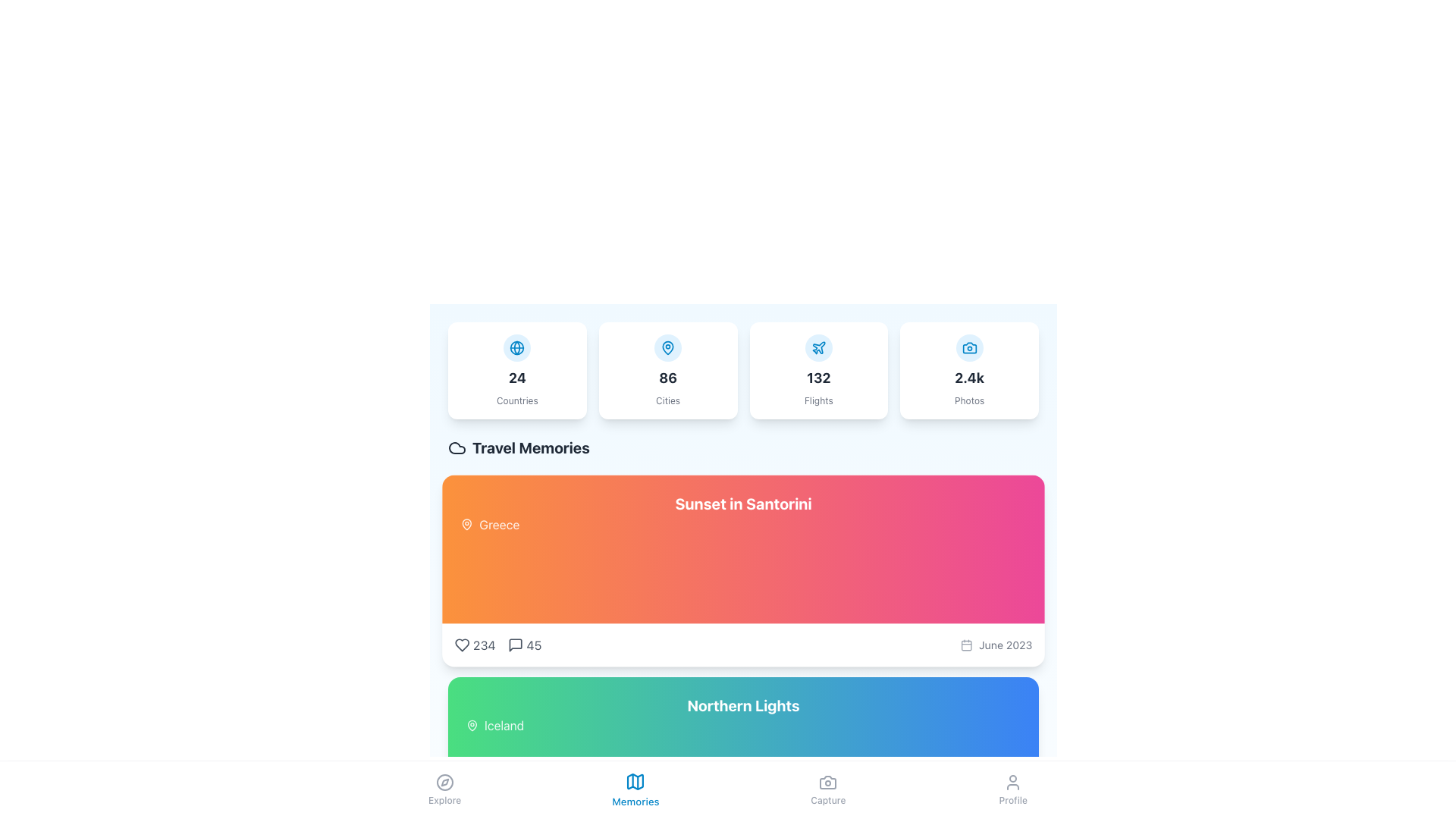 The height and width of the screenshot is (819, 1456). What do you see at coordinates (472, 724) in the screenshot?
I see `the map pin icon, which is a minimalistic line-drawn style icon with a circular fill and pointed base, located next to the text 'Iceland' in the green section labeled 'Northern Lights'` at bounding box center [472, 724].